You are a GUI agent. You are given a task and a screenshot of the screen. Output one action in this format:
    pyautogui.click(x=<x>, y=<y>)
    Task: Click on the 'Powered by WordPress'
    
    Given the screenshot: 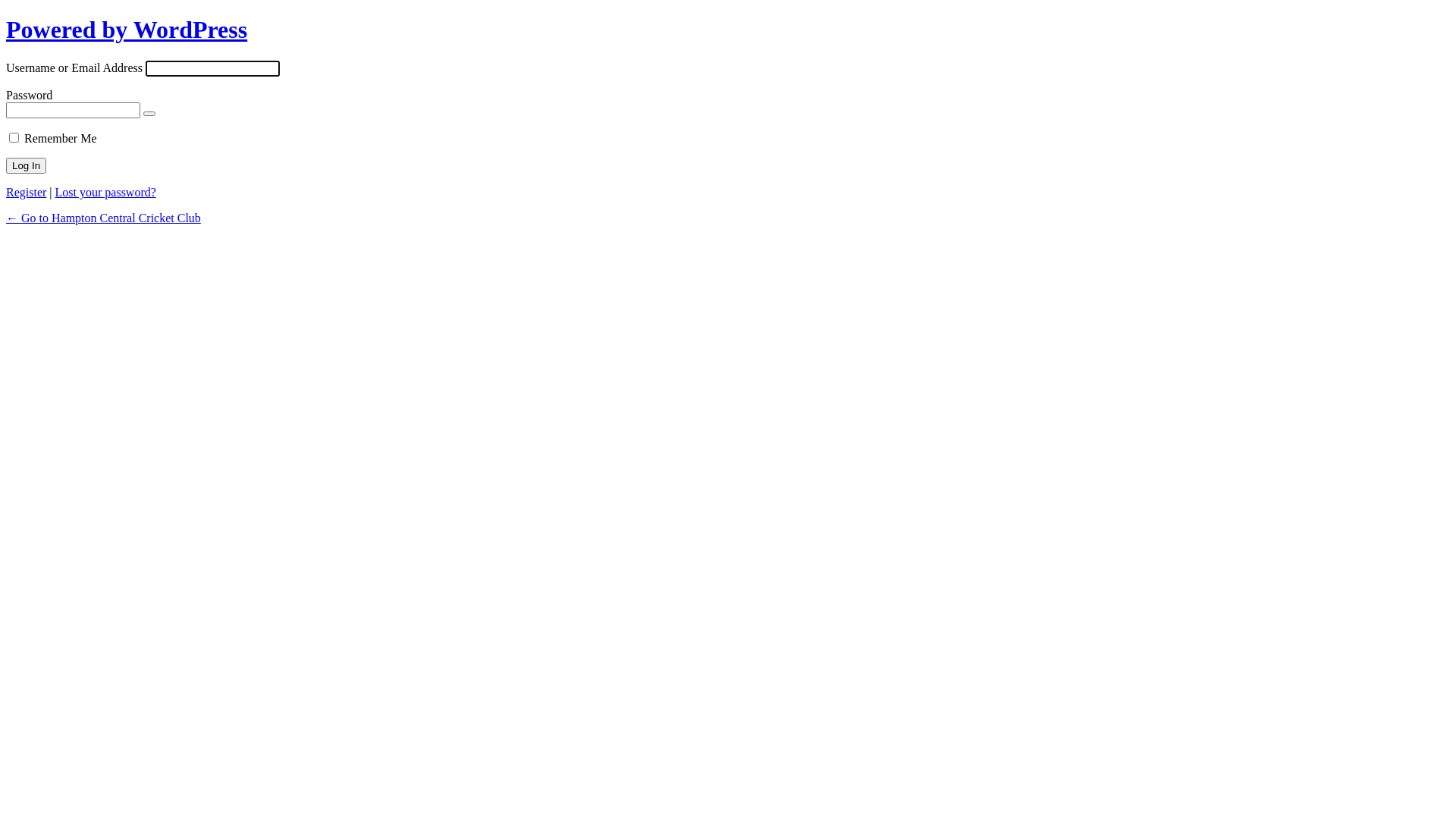 What is the action you would take?
    pyautogui.click(x=127, y=29)
    